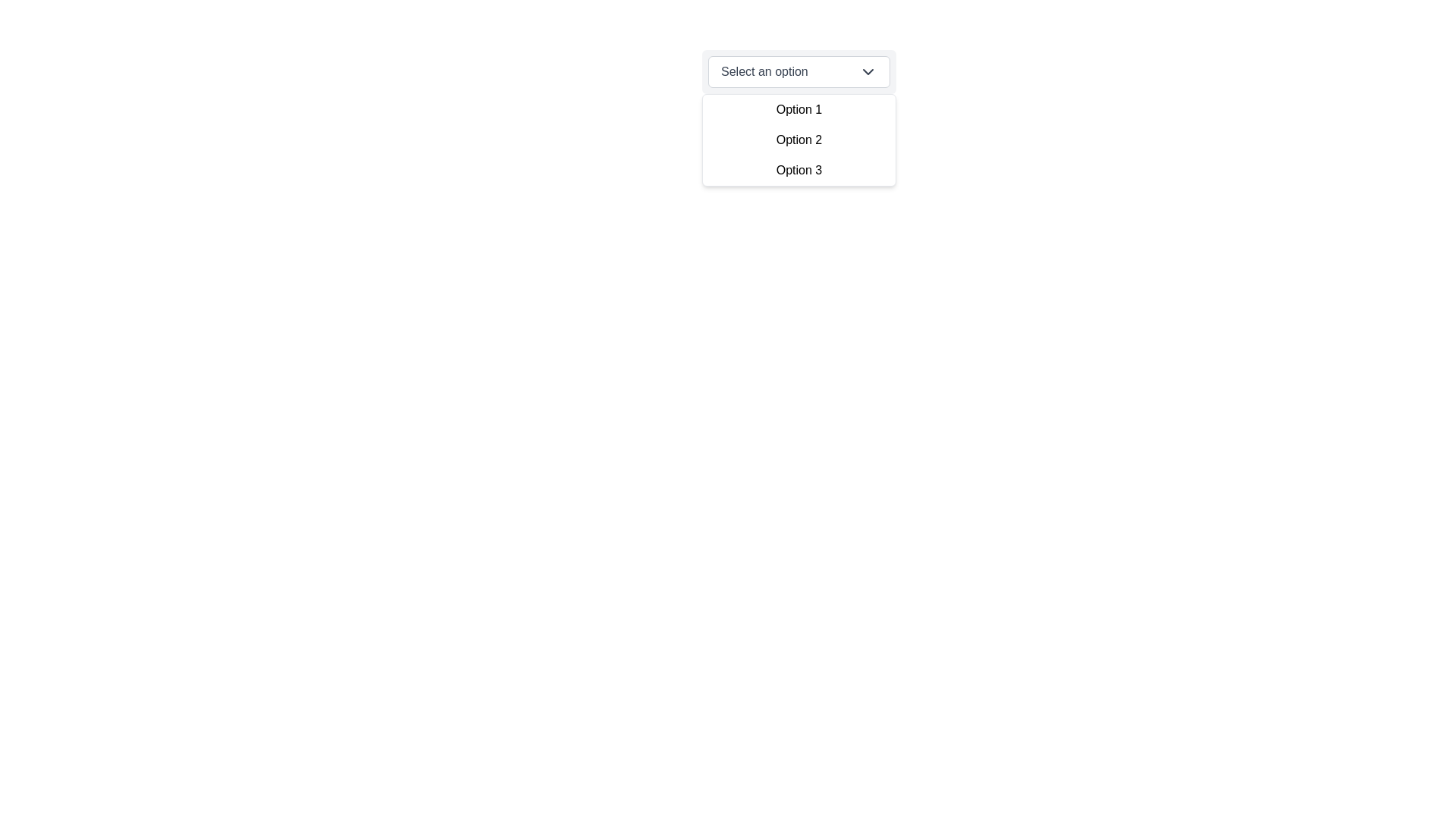 This screenshot has height=819, width=1456. Describe the element at coordinates (799, 170) in the screenshot. I see `the dropdown menu option labeled 'Option 3', which is the third item in a list of three options in a dropdown menu` at that location.